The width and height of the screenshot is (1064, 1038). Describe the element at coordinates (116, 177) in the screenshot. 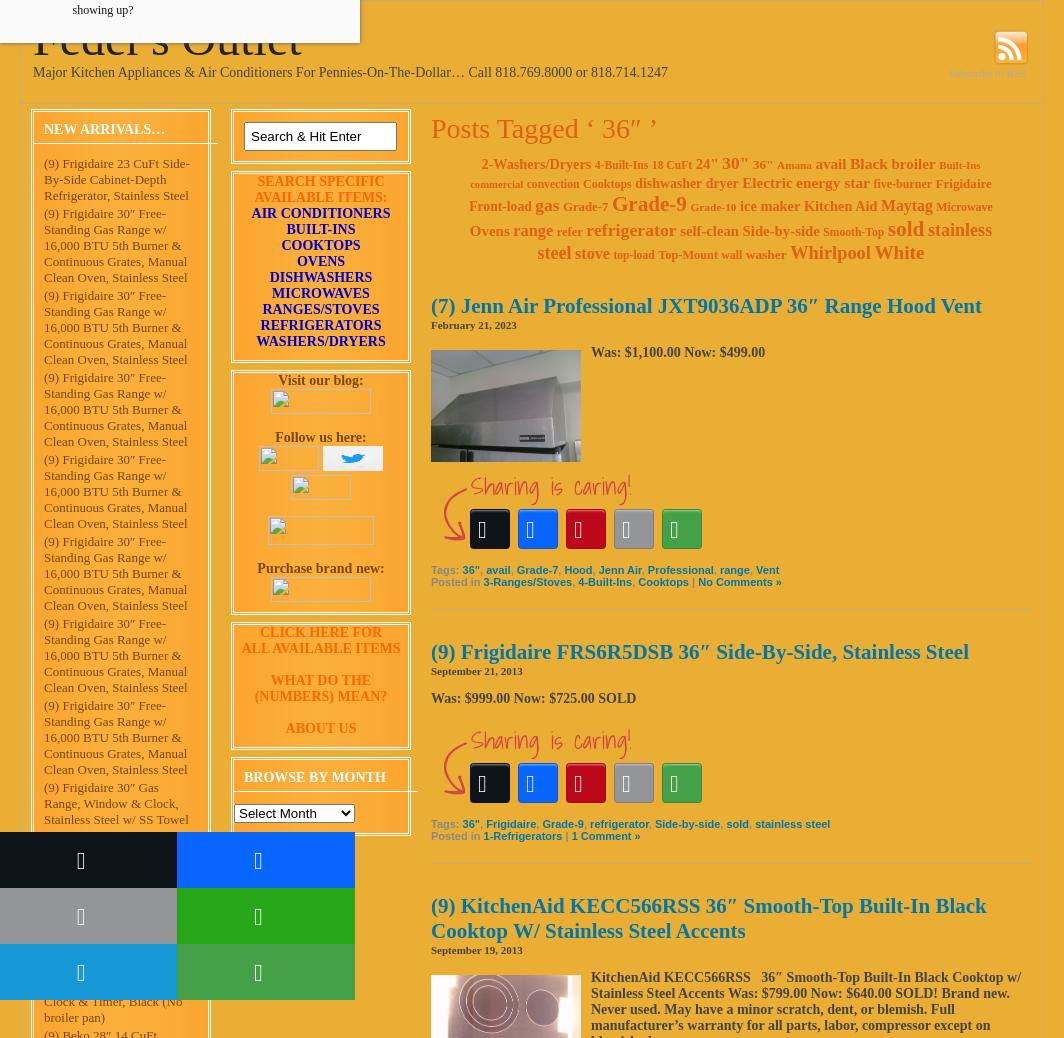

I see `'(9) Frigidaire 23 CuFt Side-By-Side Cabinet-Depth Refrigerator, Stainless Steel'` at that location.